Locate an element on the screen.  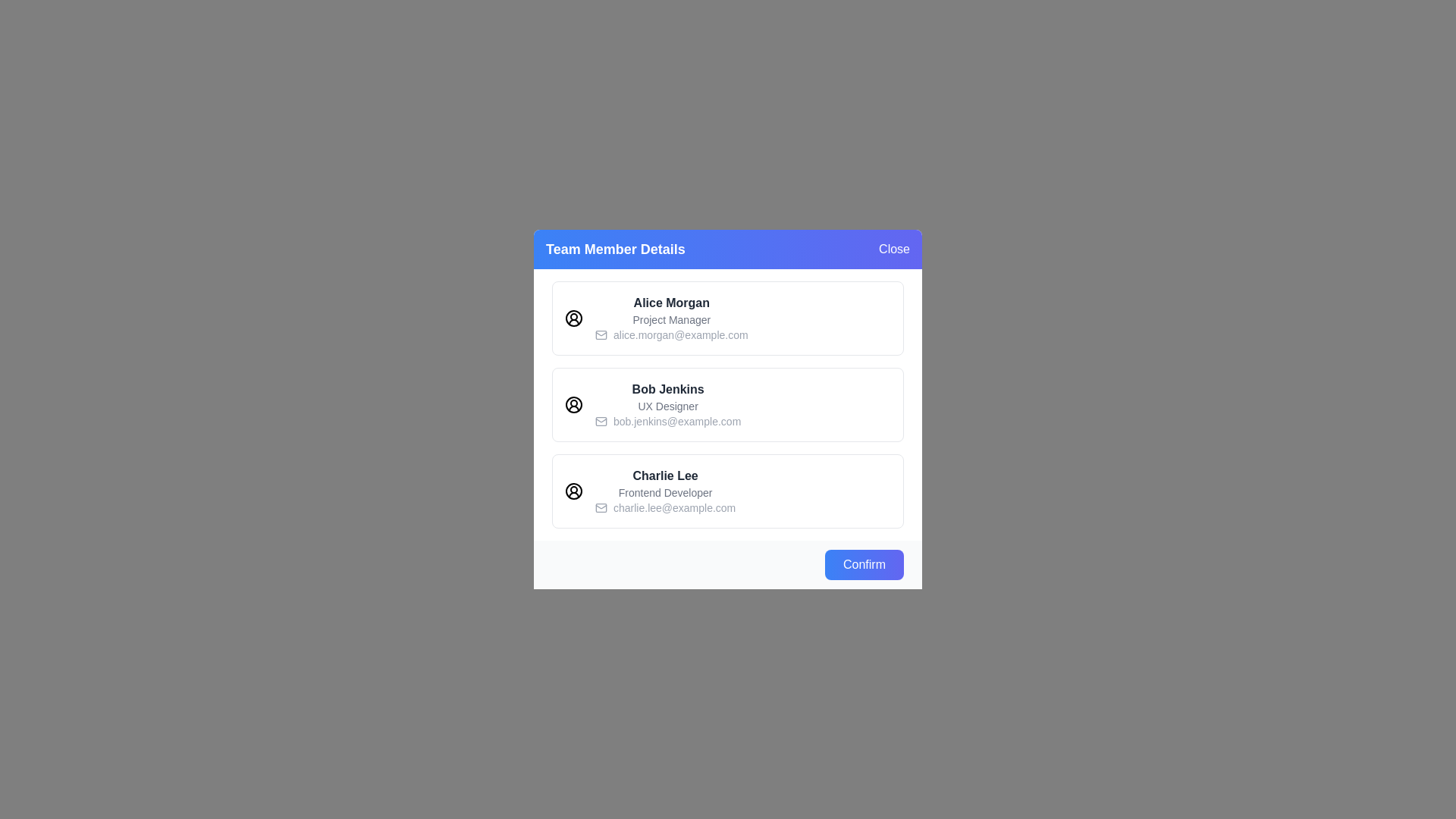
the mail icon located within the 'Charlie Lee' information block is located at coordinates (600, 508).